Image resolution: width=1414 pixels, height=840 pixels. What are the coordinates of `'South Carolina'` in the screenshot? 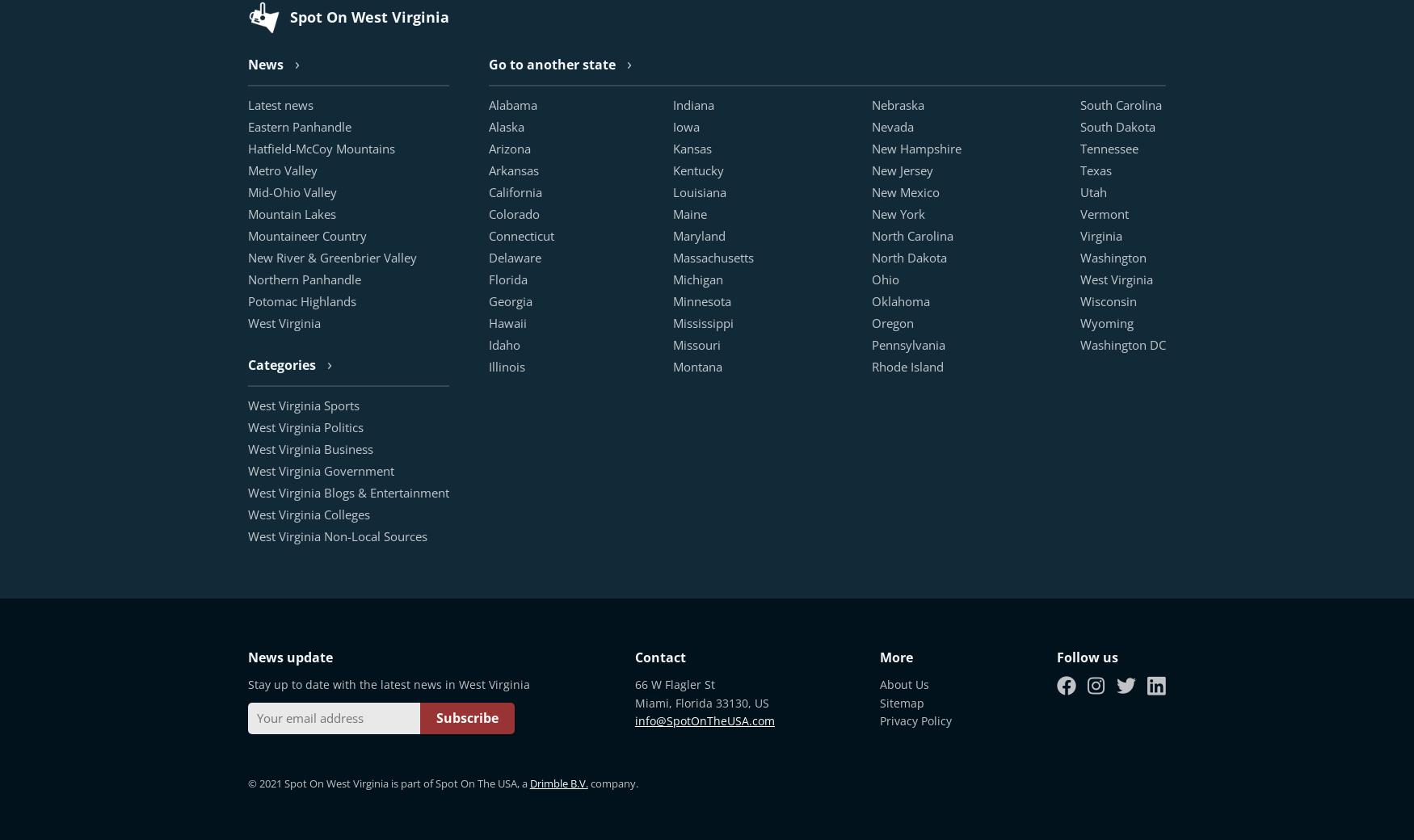 It's located at (1120, 103).